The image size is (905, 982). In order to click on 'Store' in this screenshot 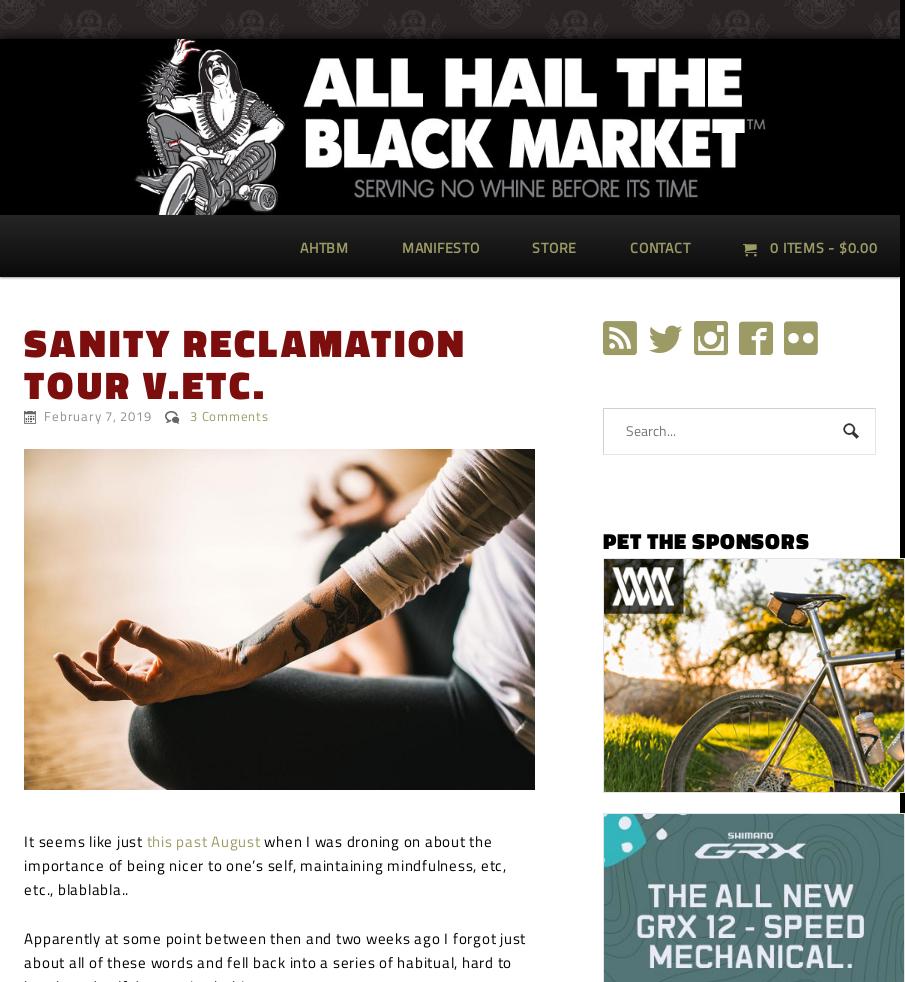, I will do `click(554, 246)`.